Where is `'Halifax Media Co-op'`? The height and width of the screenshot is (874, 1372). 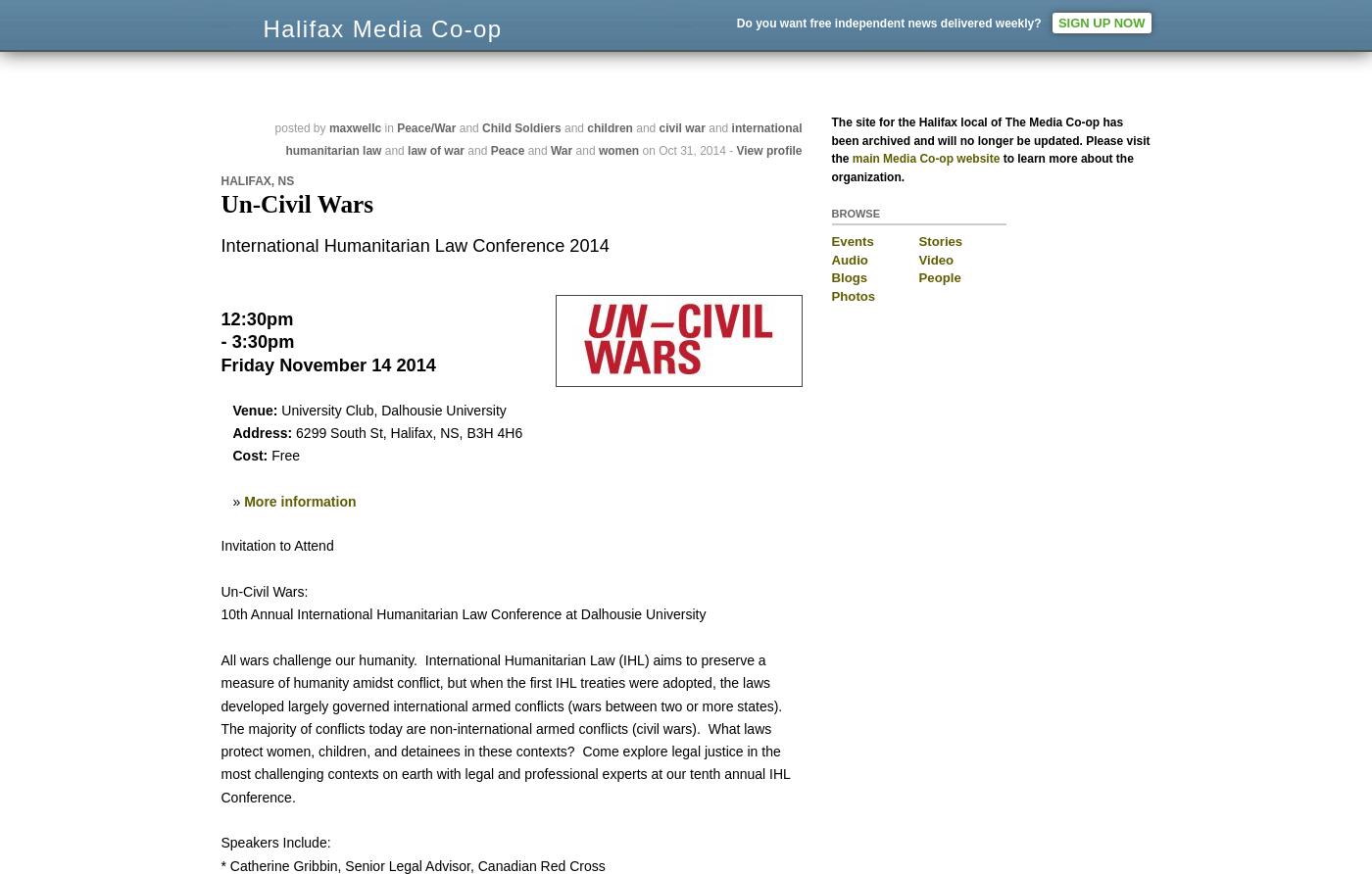
'Halifax Media Co-op' is located at coordinates (447, 47).